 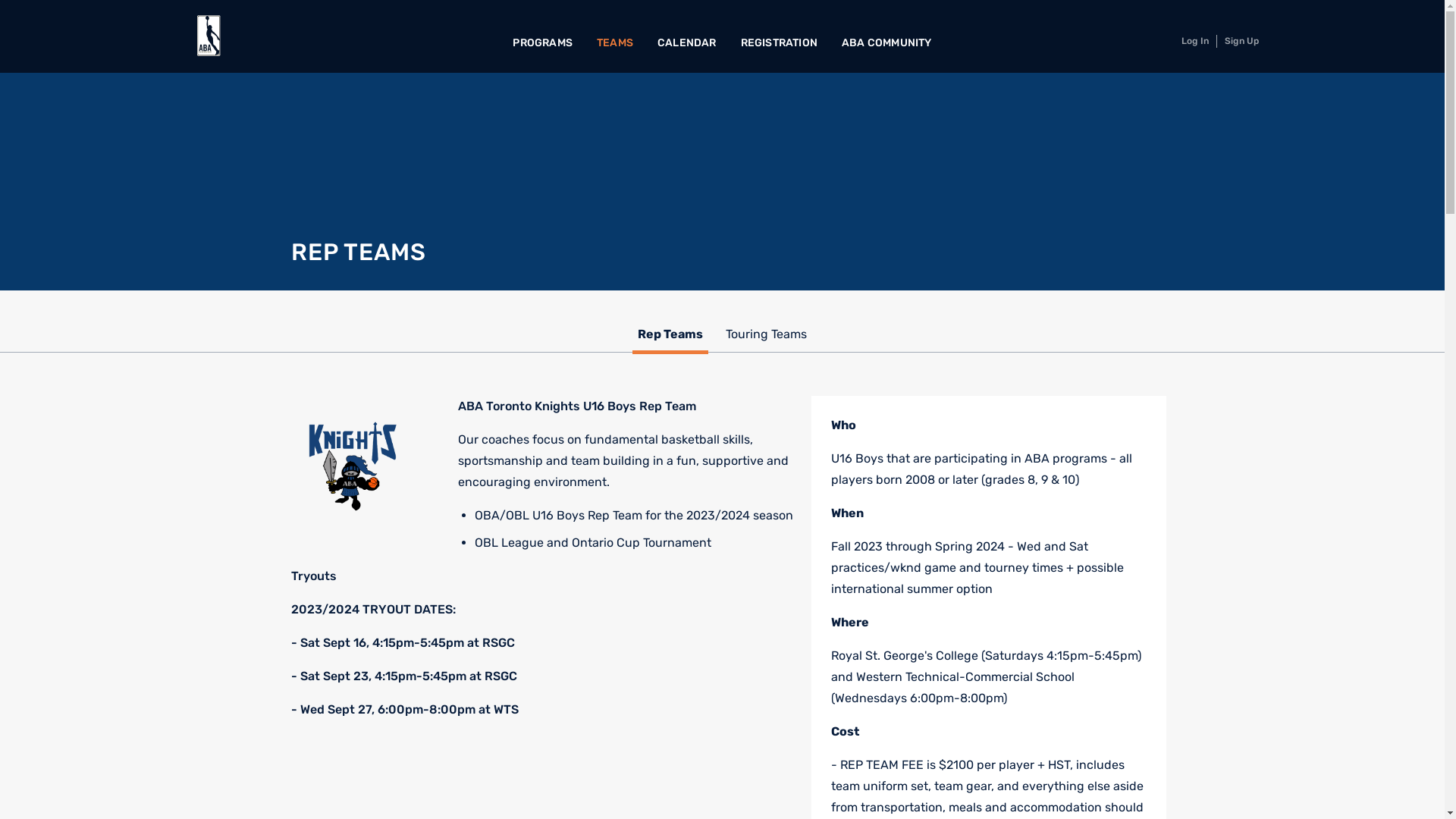 What do you see at coordinates (686, 42) in the screenshot?
I see `'CALENDAR'` at bounding box center [686, 42].